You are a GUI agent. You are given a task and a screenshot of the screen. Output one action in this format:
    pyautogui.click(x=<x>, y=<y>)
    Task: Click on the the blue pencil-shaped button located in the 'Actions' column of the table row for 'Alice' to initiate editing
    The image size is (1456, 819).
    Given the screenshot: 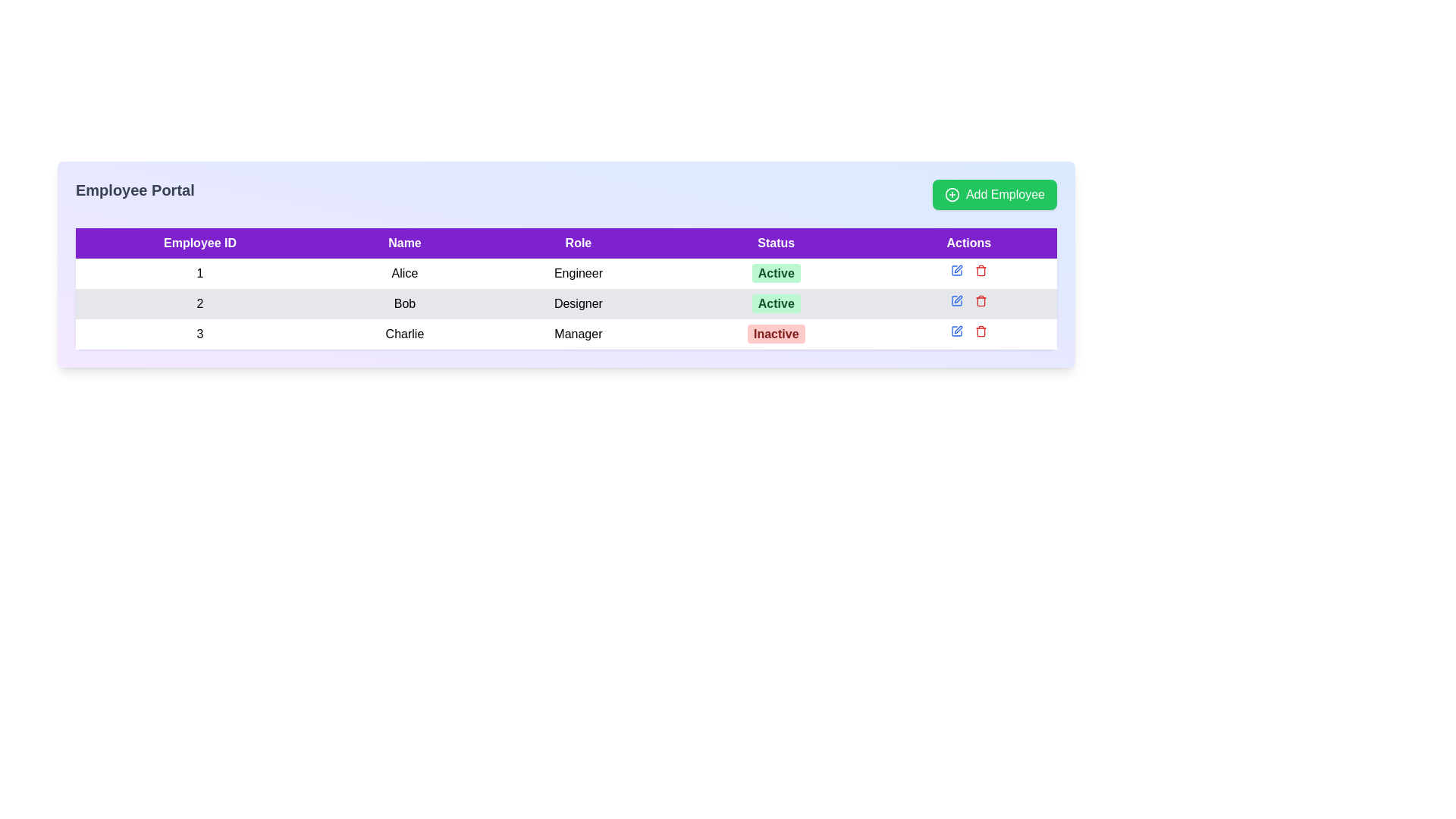 What is the action you would take?
    pyautogui.click(x=955, y=270)
    